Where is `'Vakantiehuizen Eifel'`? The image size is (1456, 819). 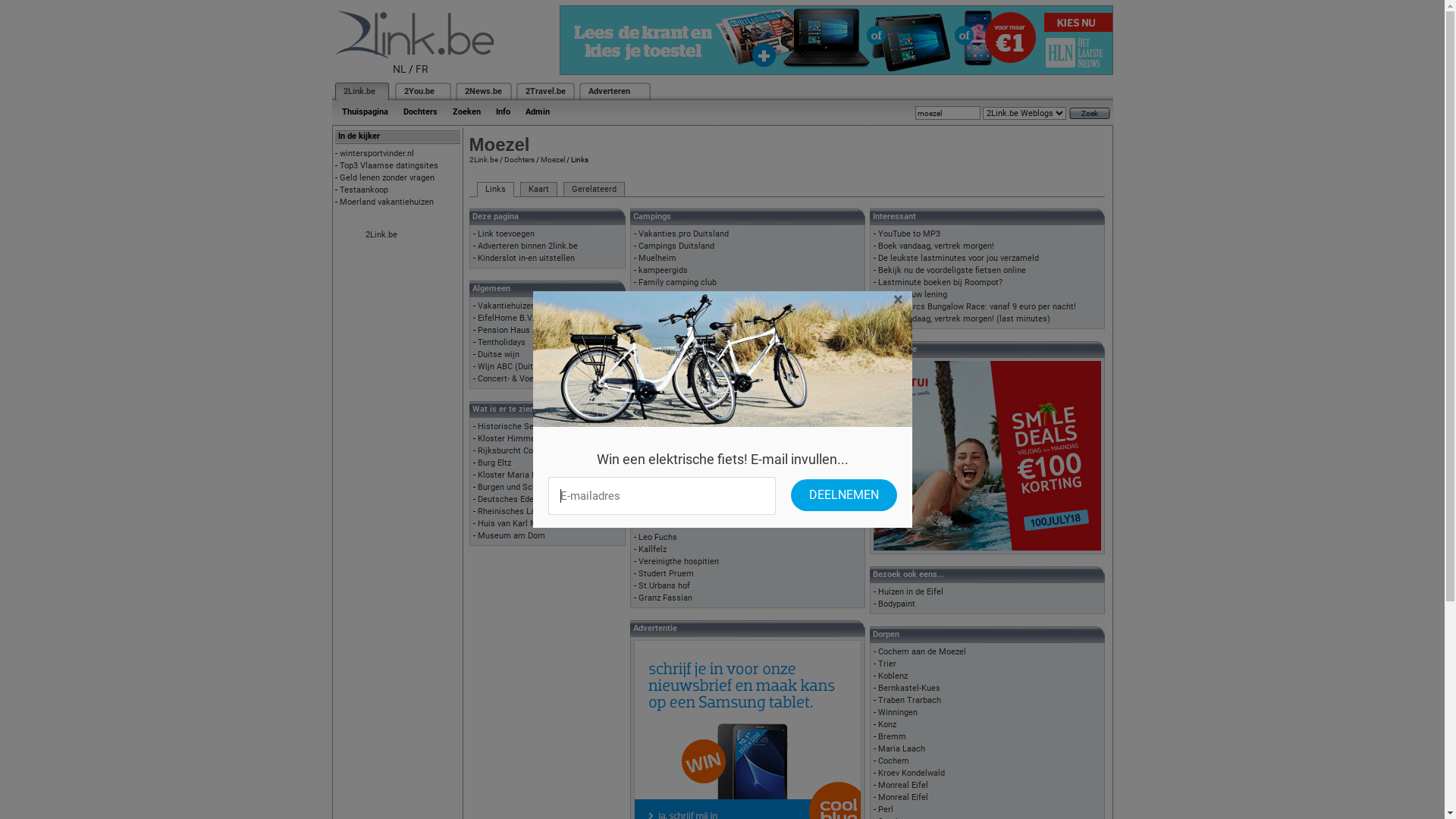 'Vakantiehuizen Eifel' is located at coordinates (516, 306).